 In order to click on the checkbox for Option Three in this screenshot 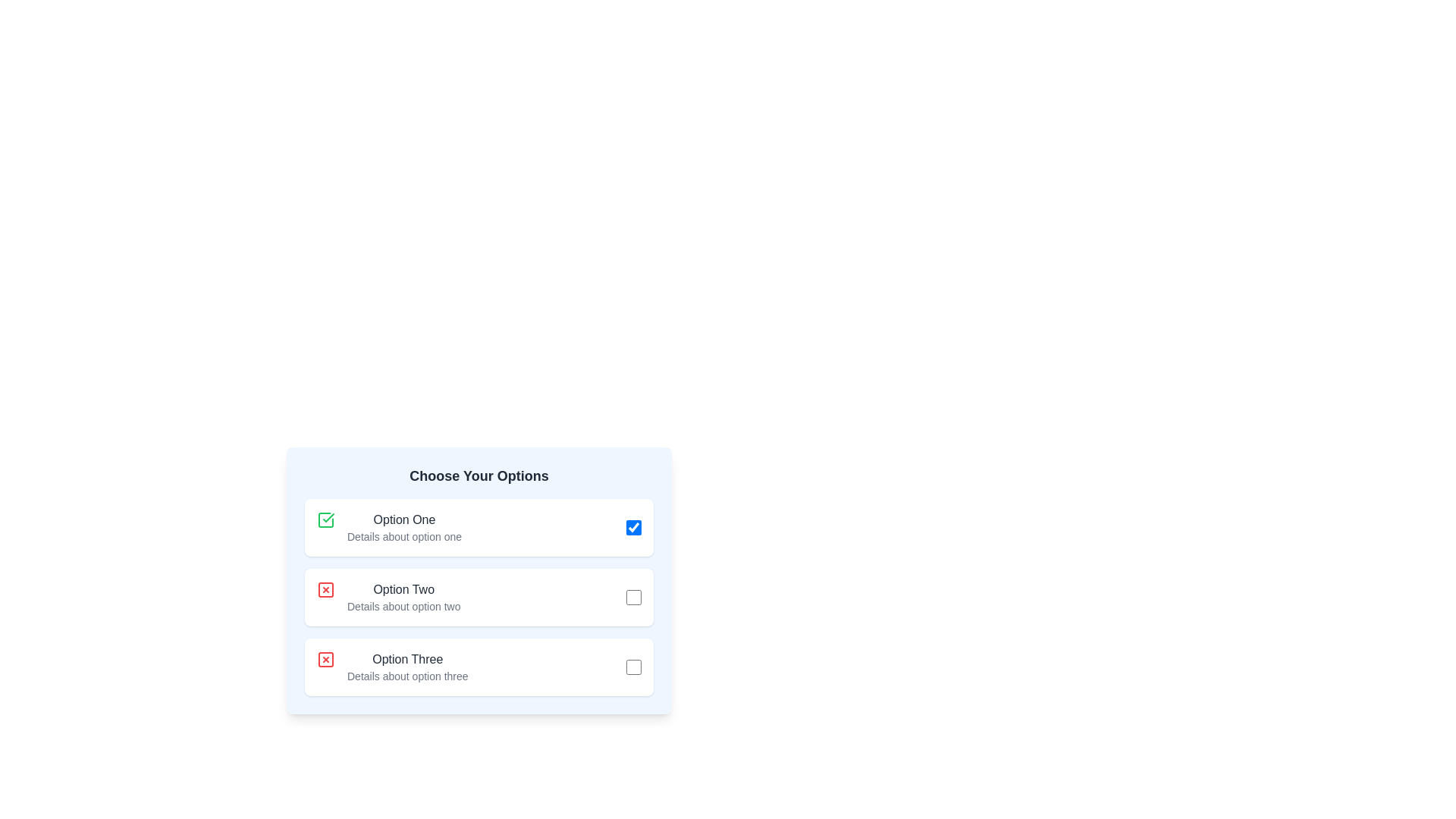, I will do `click(633, 666)`.